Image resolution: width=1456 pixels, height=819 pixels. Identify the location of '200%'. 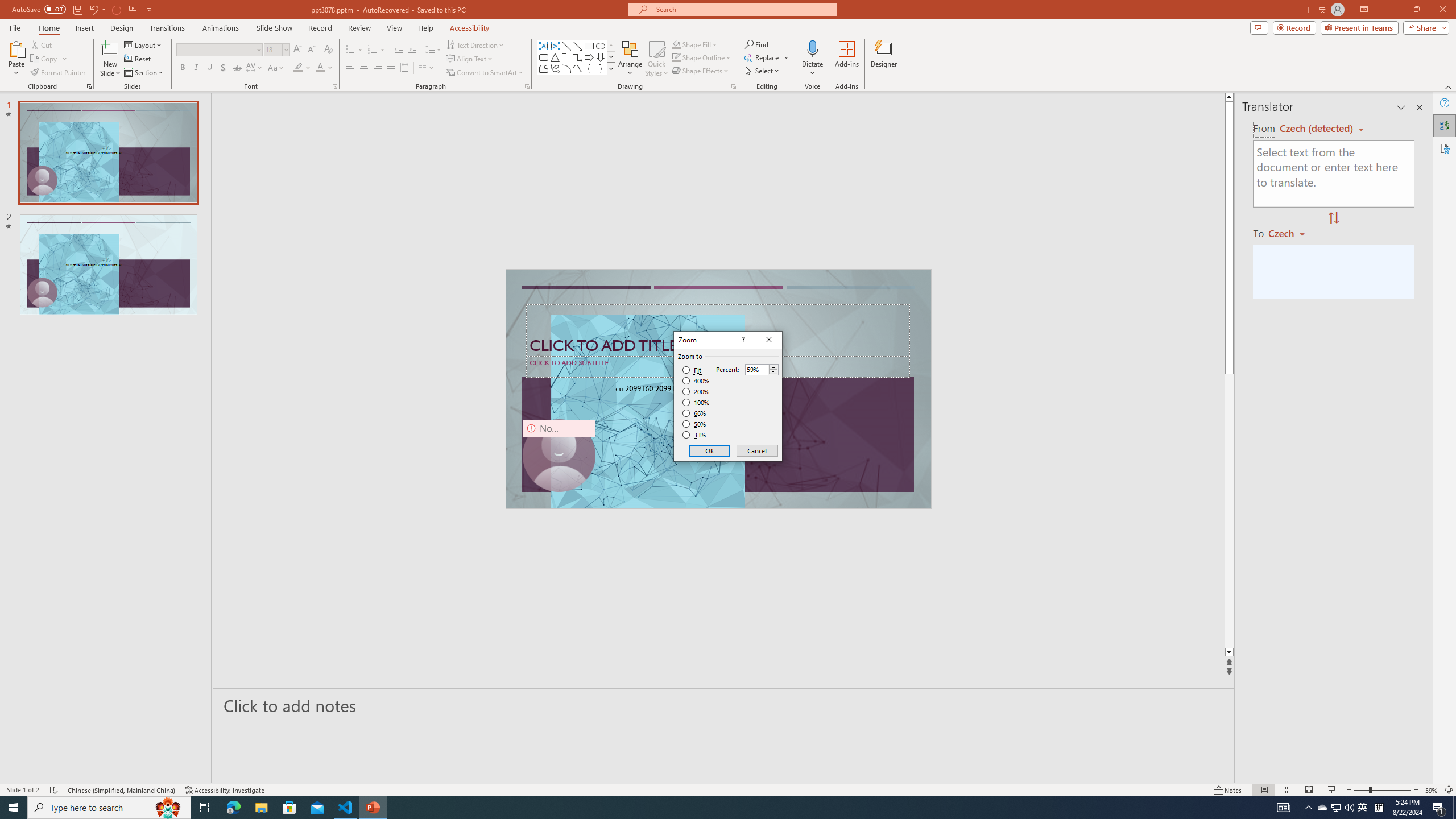
(696, 392).